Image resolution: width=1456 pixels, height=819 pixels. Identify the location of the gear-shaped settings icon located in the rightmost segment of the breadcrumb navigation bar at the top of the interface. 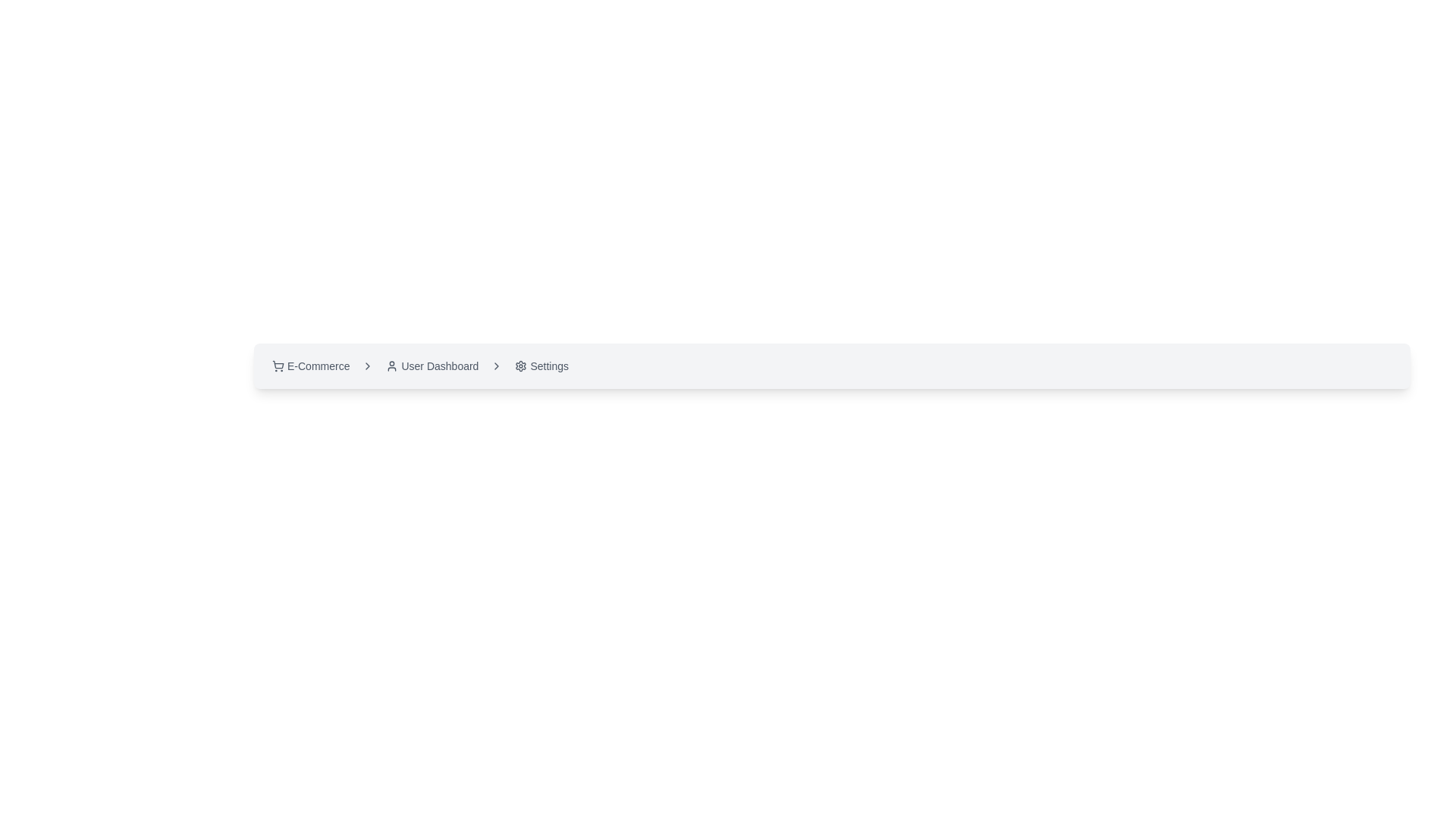
(521, 366).